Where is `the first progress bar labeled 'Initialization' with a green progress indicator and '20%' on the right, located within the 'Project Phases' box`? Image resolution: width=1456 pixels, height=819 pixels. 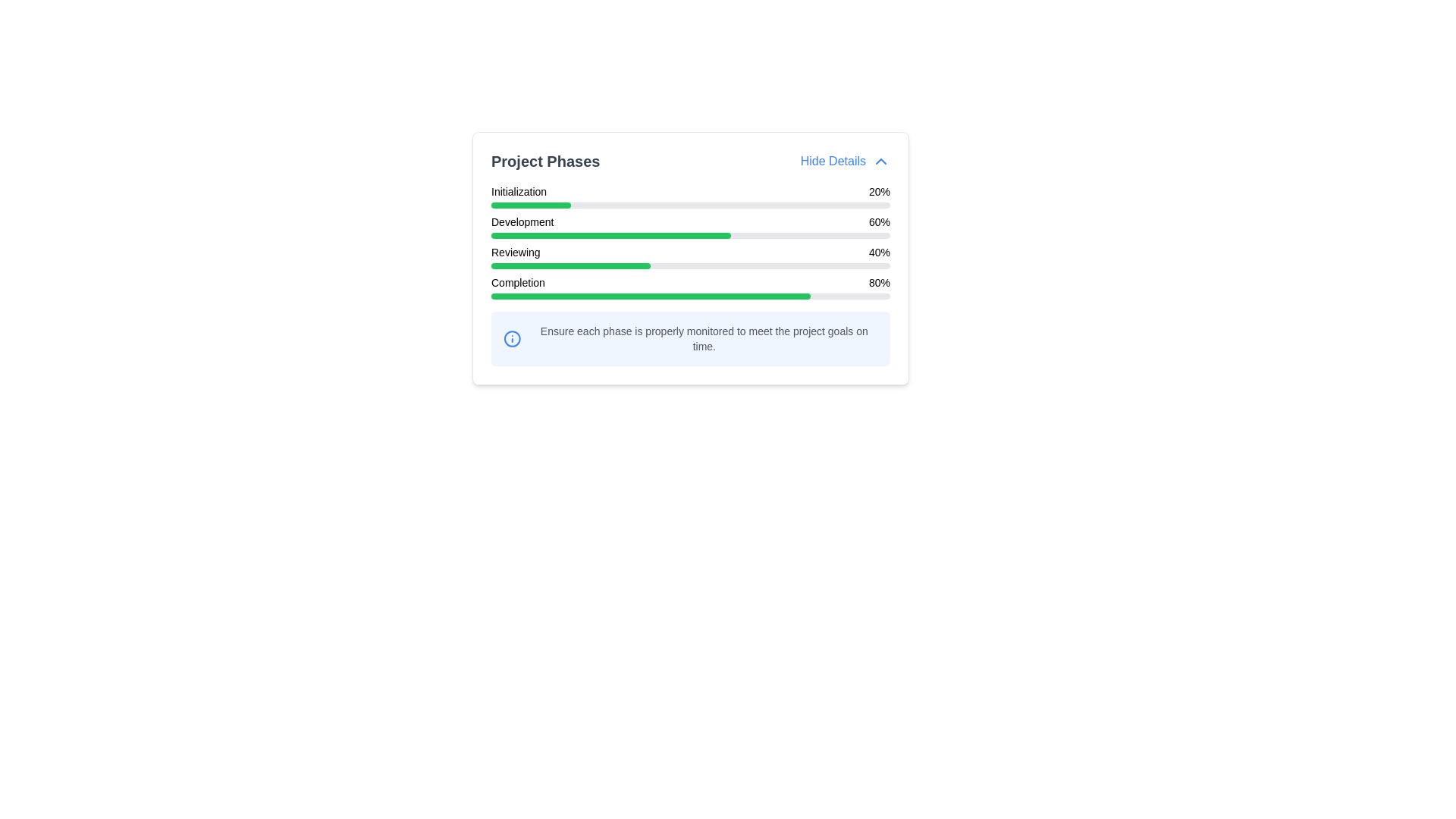
the first progress bar labeled 'Initialization' with a green progress indicator and '20%' on the right, located within the 'Project Phases' box is located at coordinates (690, 195).